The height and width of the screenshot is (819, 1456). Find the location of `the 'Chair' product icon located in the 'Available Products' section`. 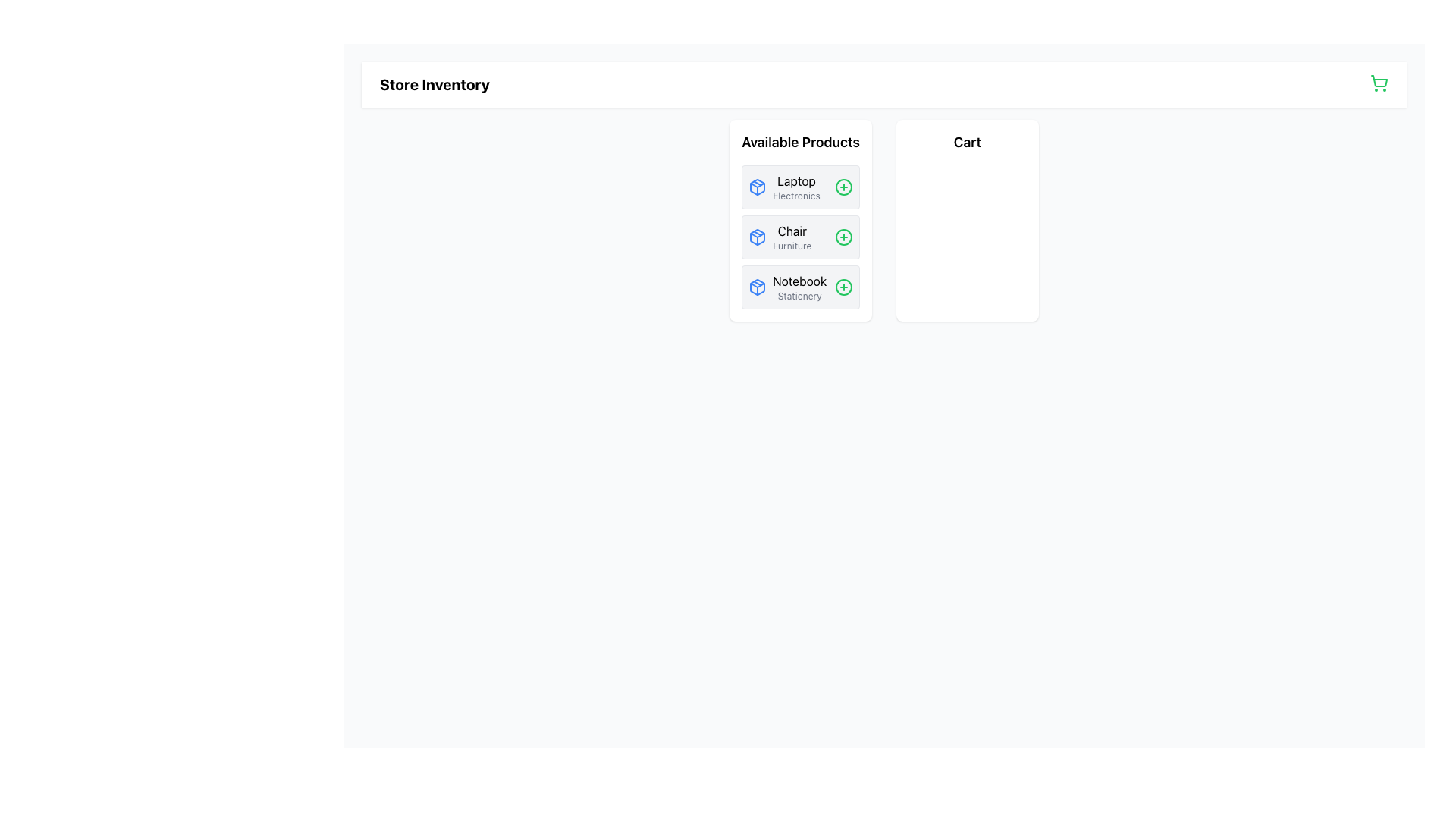

the 'Chair' product icon located in the 'Available Products' section is located at coordinates (758, 237).